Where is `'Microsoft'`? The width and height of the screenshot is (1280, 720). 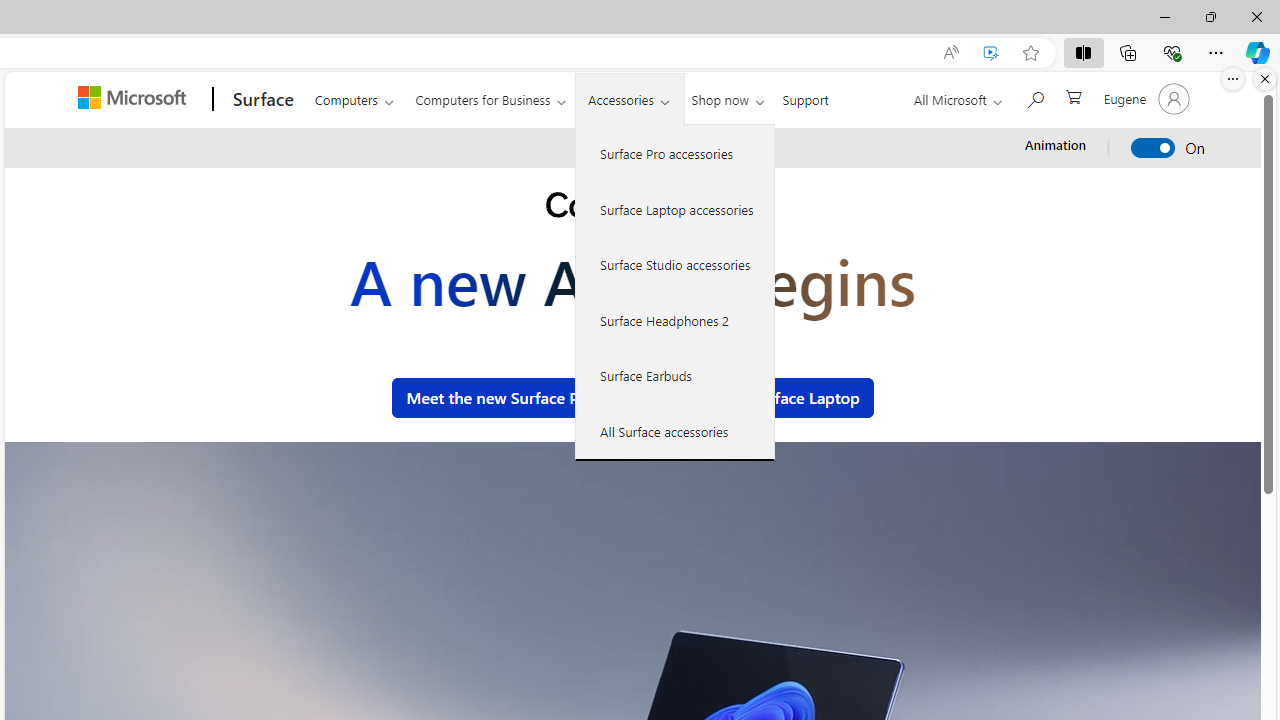
'Microsoft' is located at coordinates (134, 99).